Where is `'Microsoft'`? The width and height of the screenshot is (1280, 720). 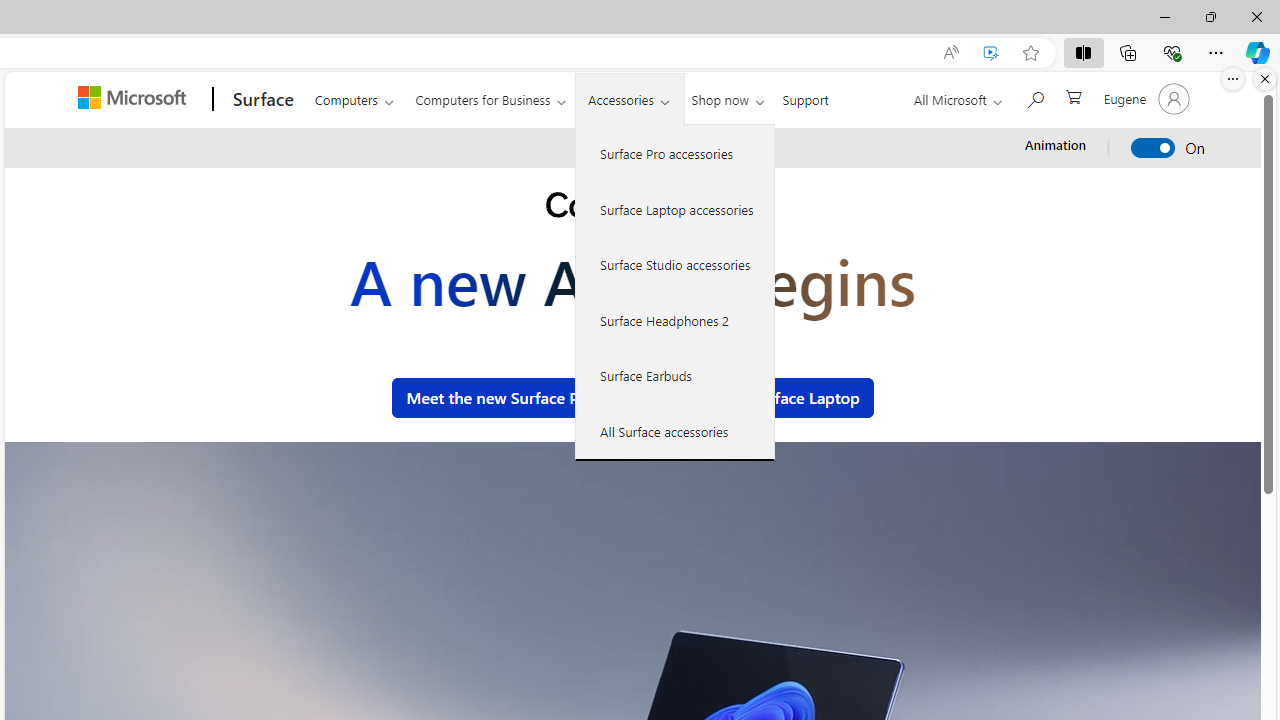
'Microsoft' is located at coordinates (134, 99).